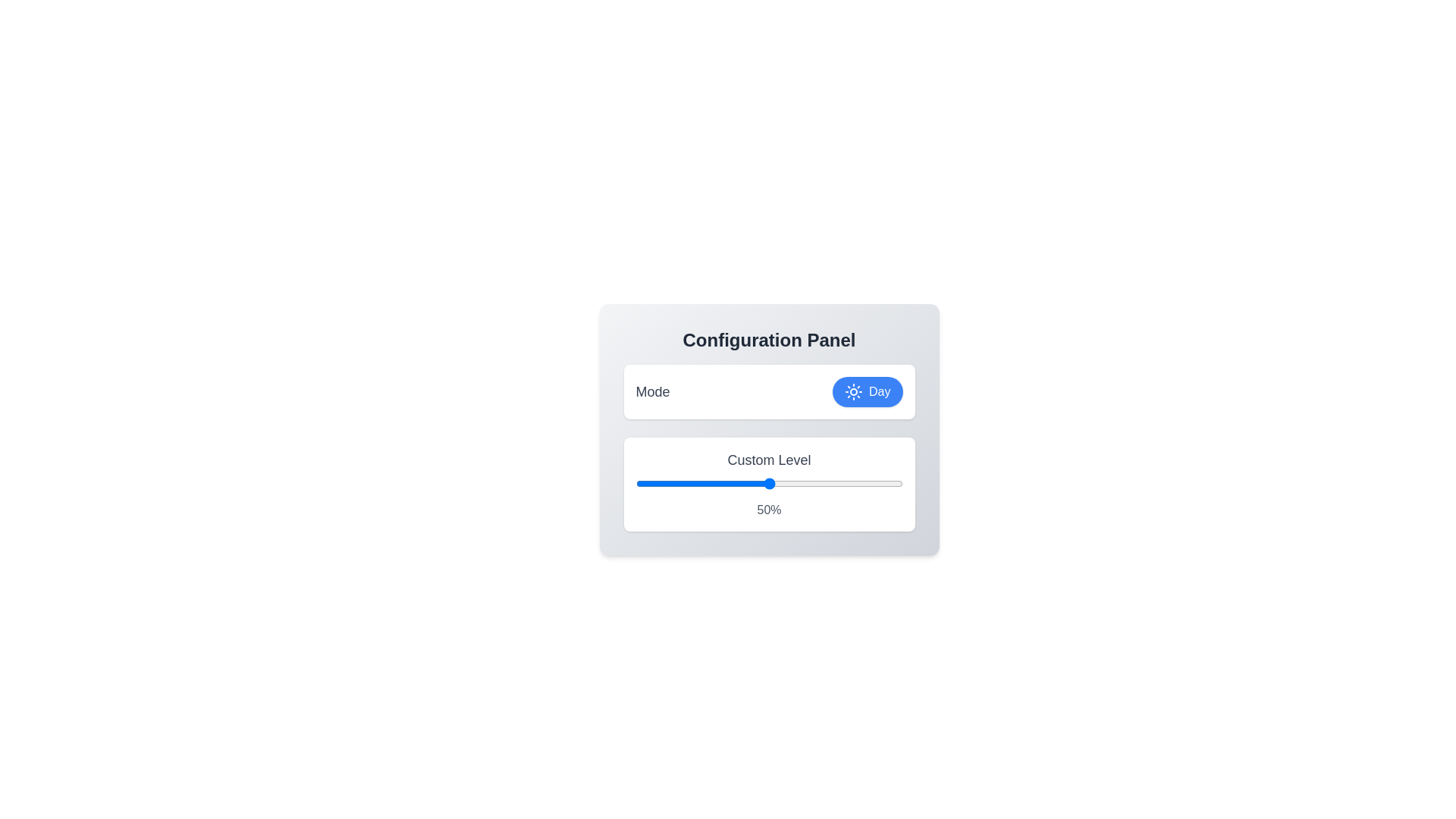 The width and height of the screenshot is (1456, 819). What do you see at coordinates (897, 483) in the screenshot?
I see `the slider to set the custom level to 98%` at bounding box center [897, 483].